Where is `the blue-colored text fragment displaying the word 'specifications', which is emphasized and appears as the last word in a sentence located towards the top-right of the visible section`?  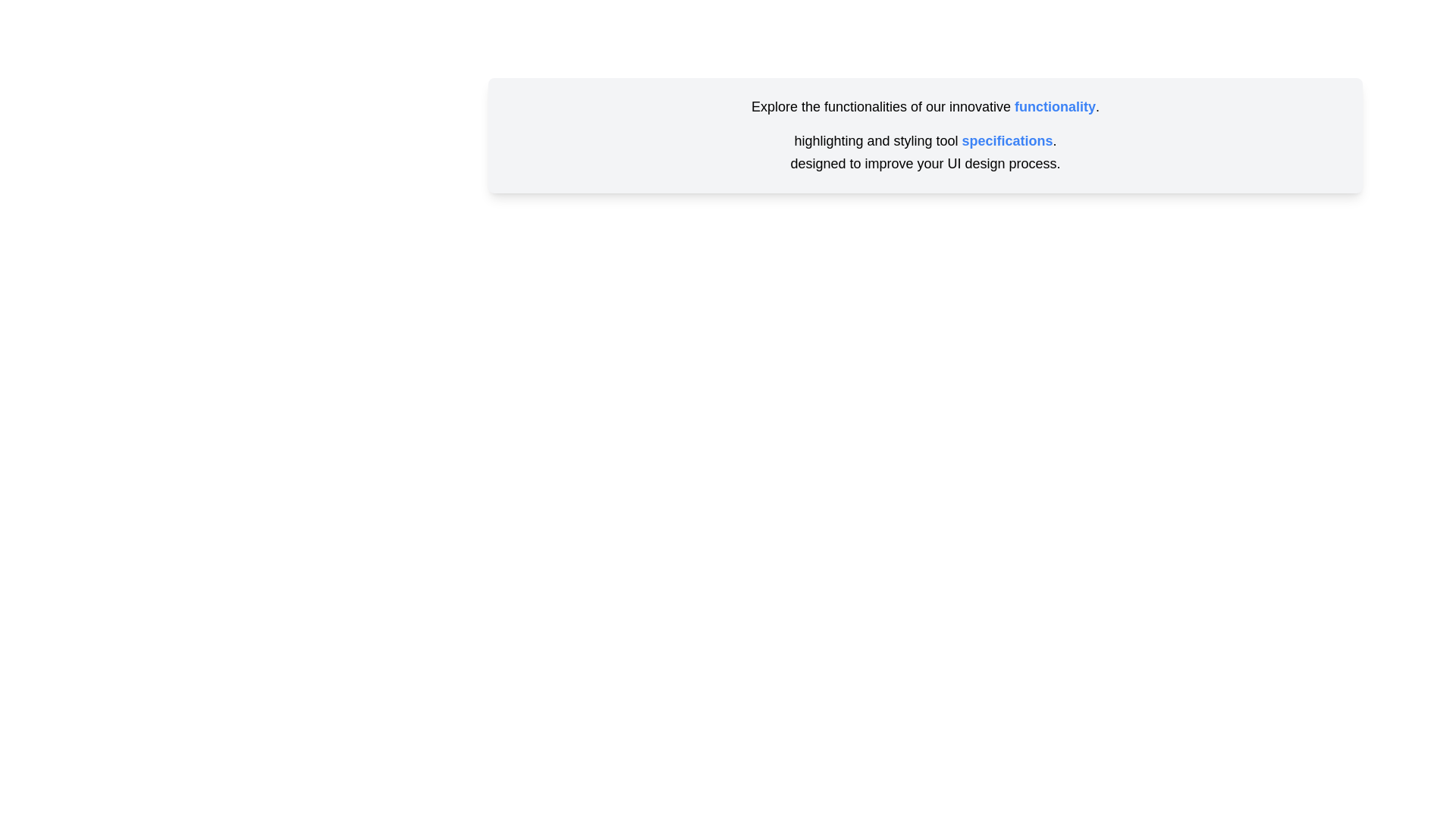
the blue-colored text fragment displaying the word 'specifications', which is emphasized and appears as the last word in a sentence located towards the top-right of the visible section is located at coordinates (1007, 141).